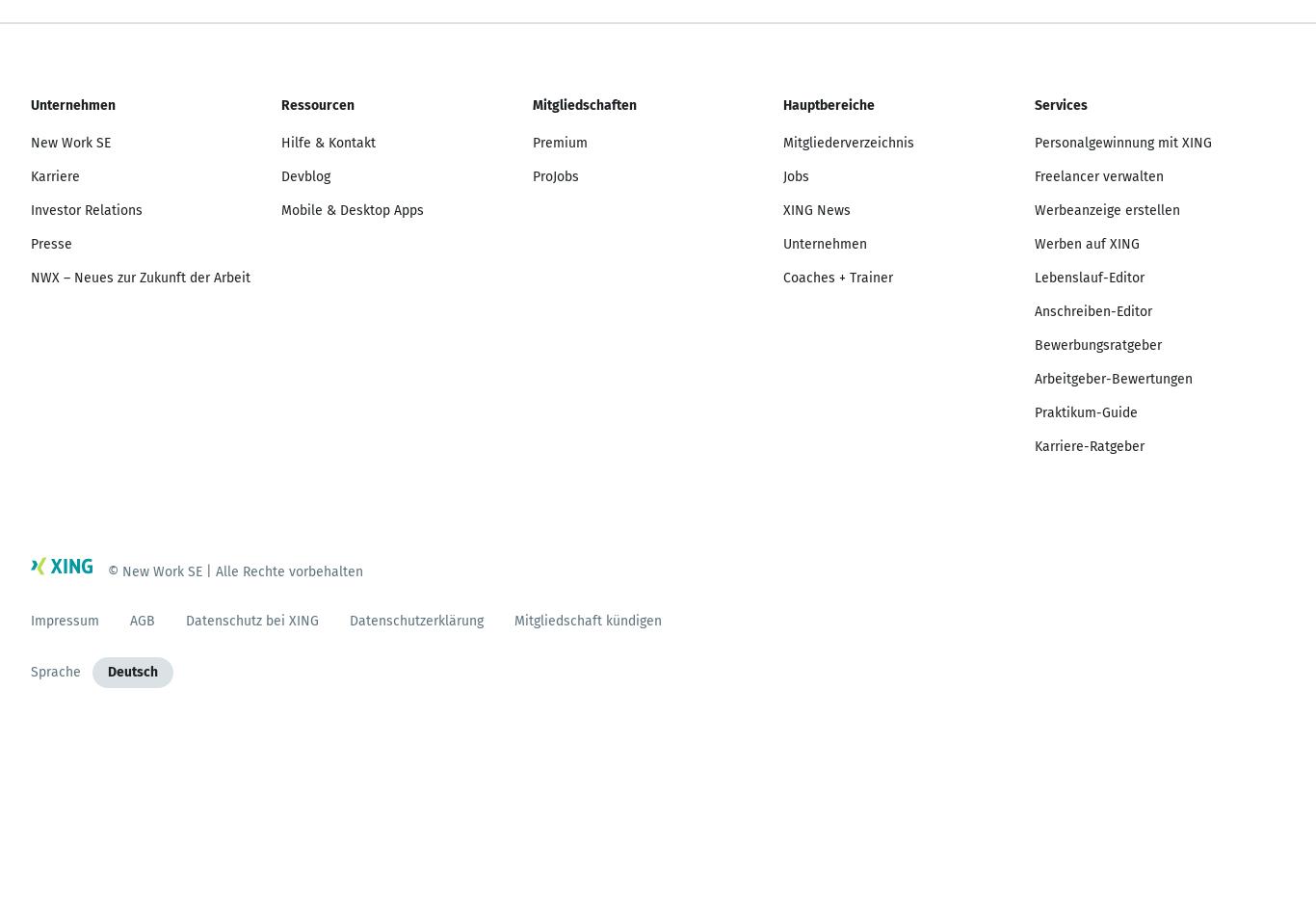 The height and width of the screenshot is (902, 1316). What do you see at coordinates (70, 142) in the screenshot?
I see `'New Work SE'` at bounding box center [70, 142].